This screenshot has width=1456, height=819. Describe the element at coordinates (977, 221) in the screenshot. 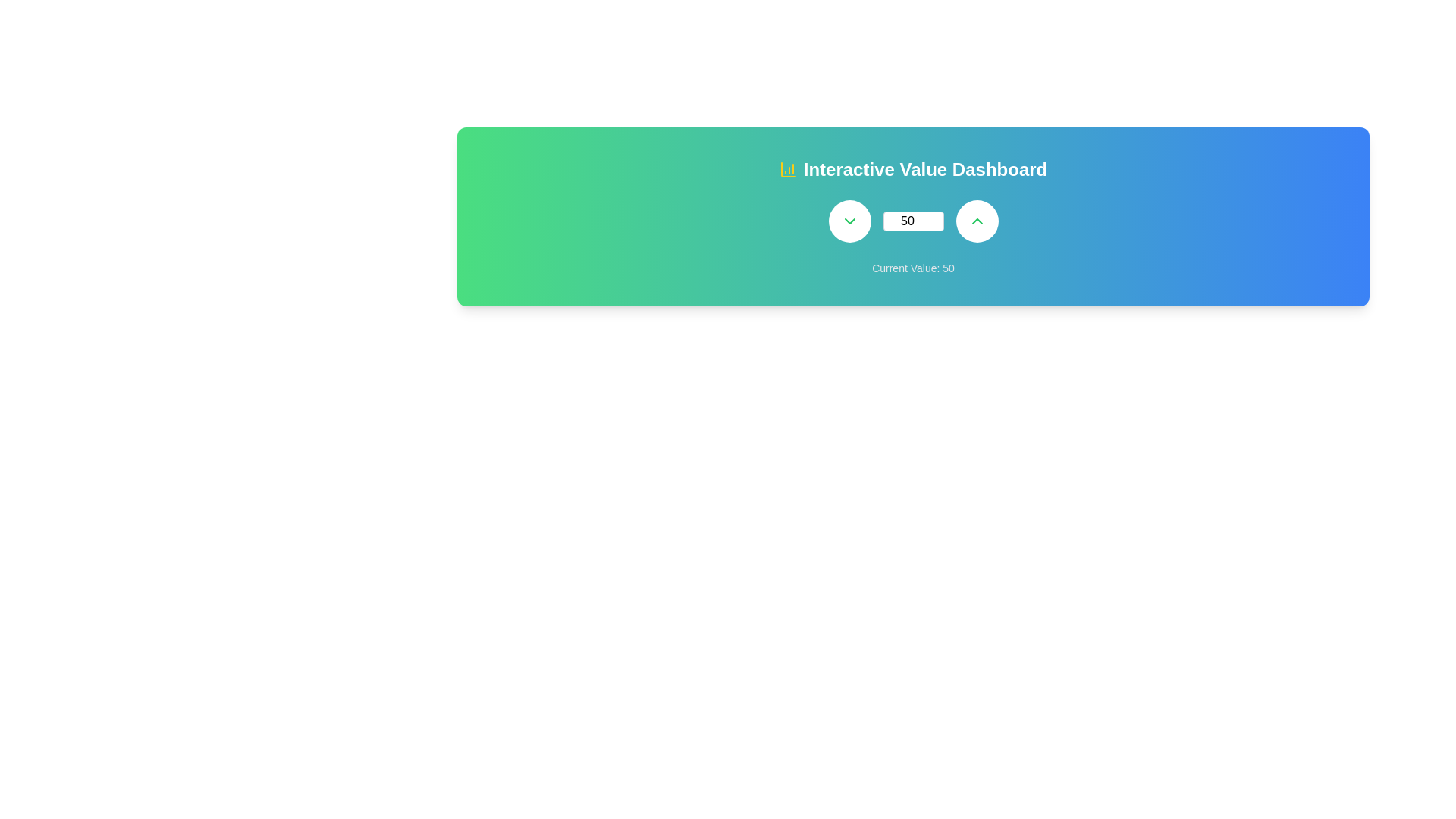

I see `the chevron icon centered inside the circular button on the right side of the horizontal interface bar` at that location.